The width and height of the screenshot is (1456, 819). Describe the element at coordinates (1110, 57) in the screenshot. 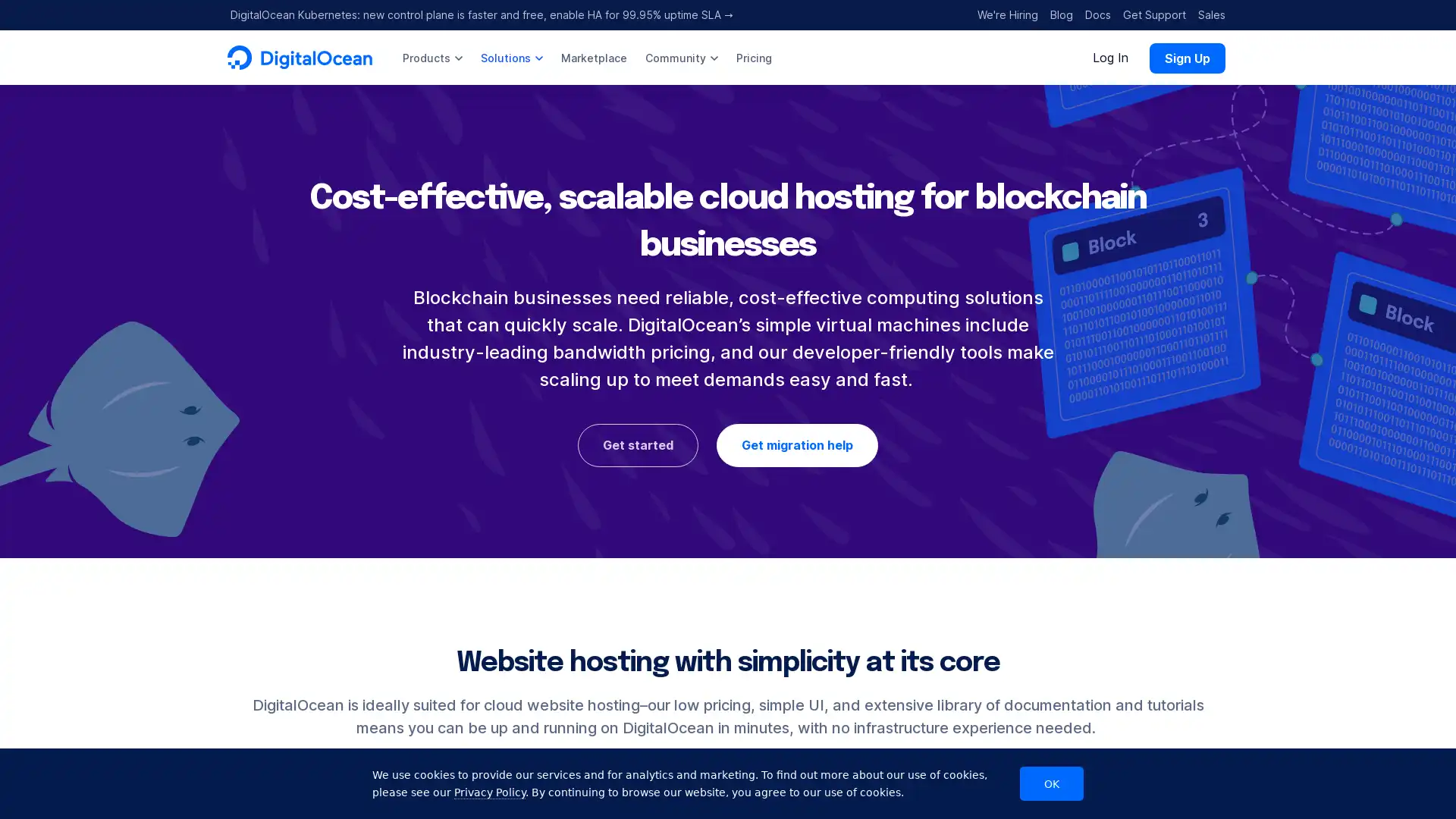

I see `Log In` at that location.